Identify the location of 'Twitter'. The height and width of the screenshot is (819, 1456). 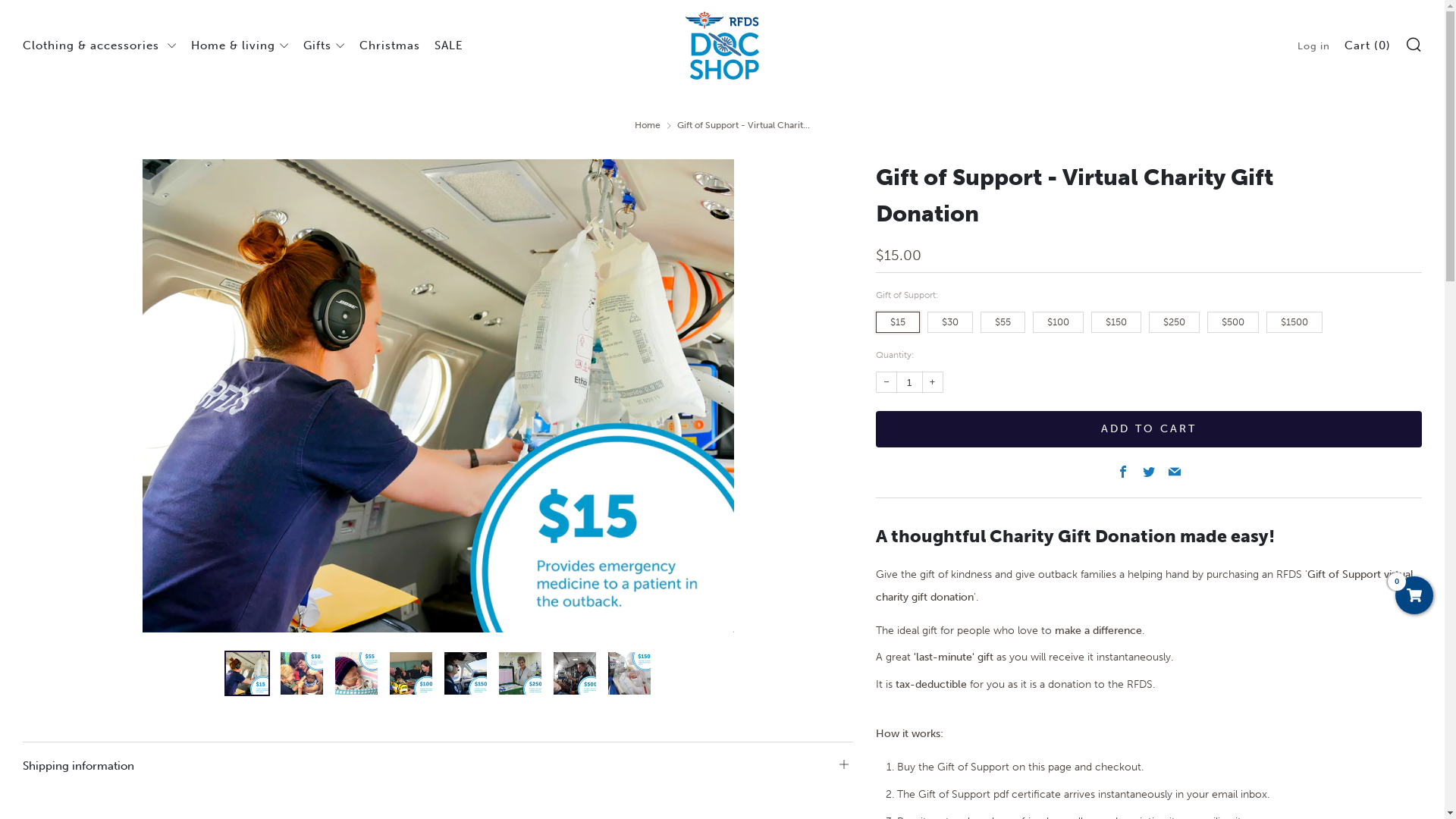
(1143, 472).